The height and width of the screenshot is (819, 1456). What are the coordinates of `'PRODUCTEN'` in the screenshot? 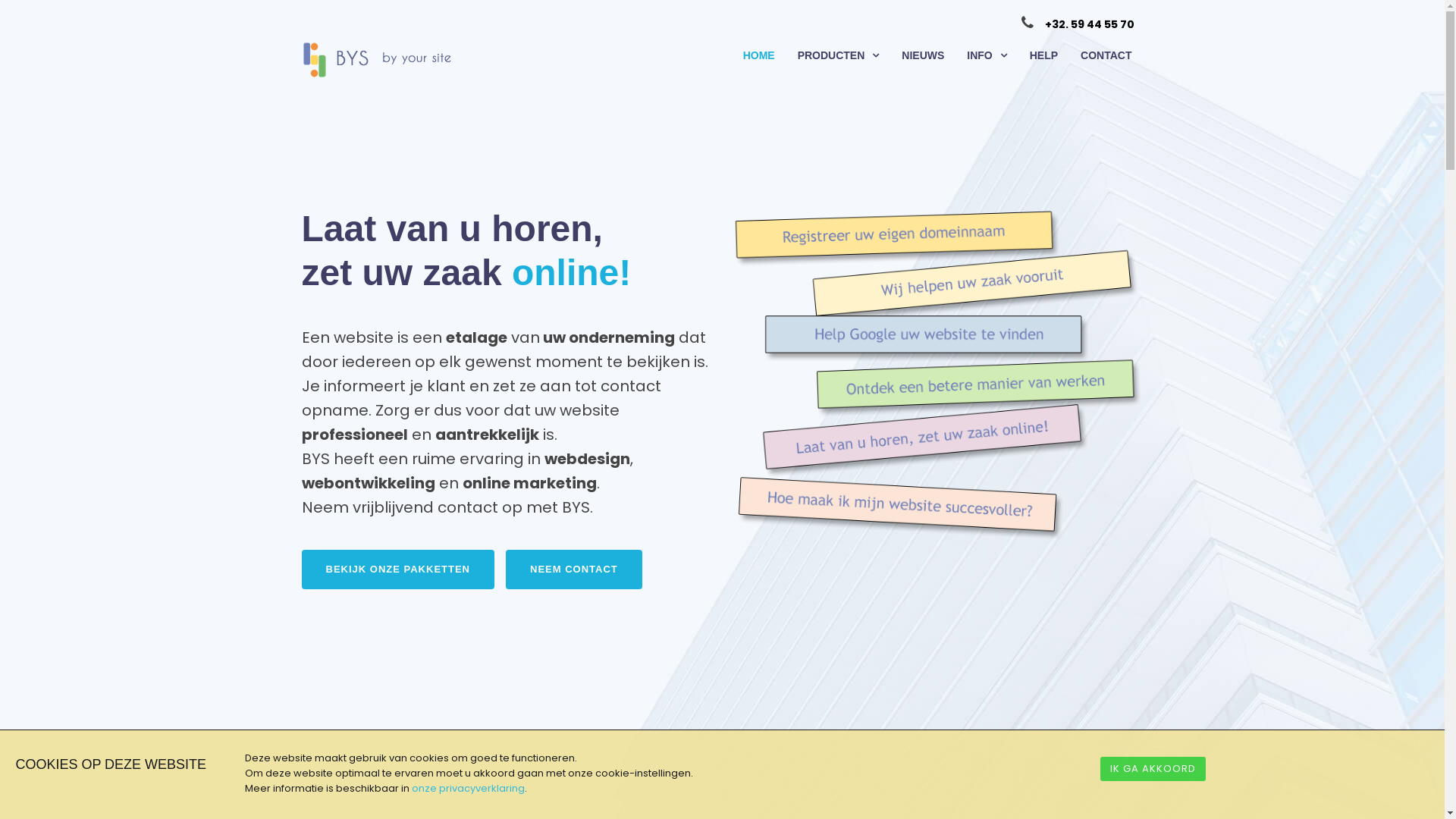 It's located at (837, 55).